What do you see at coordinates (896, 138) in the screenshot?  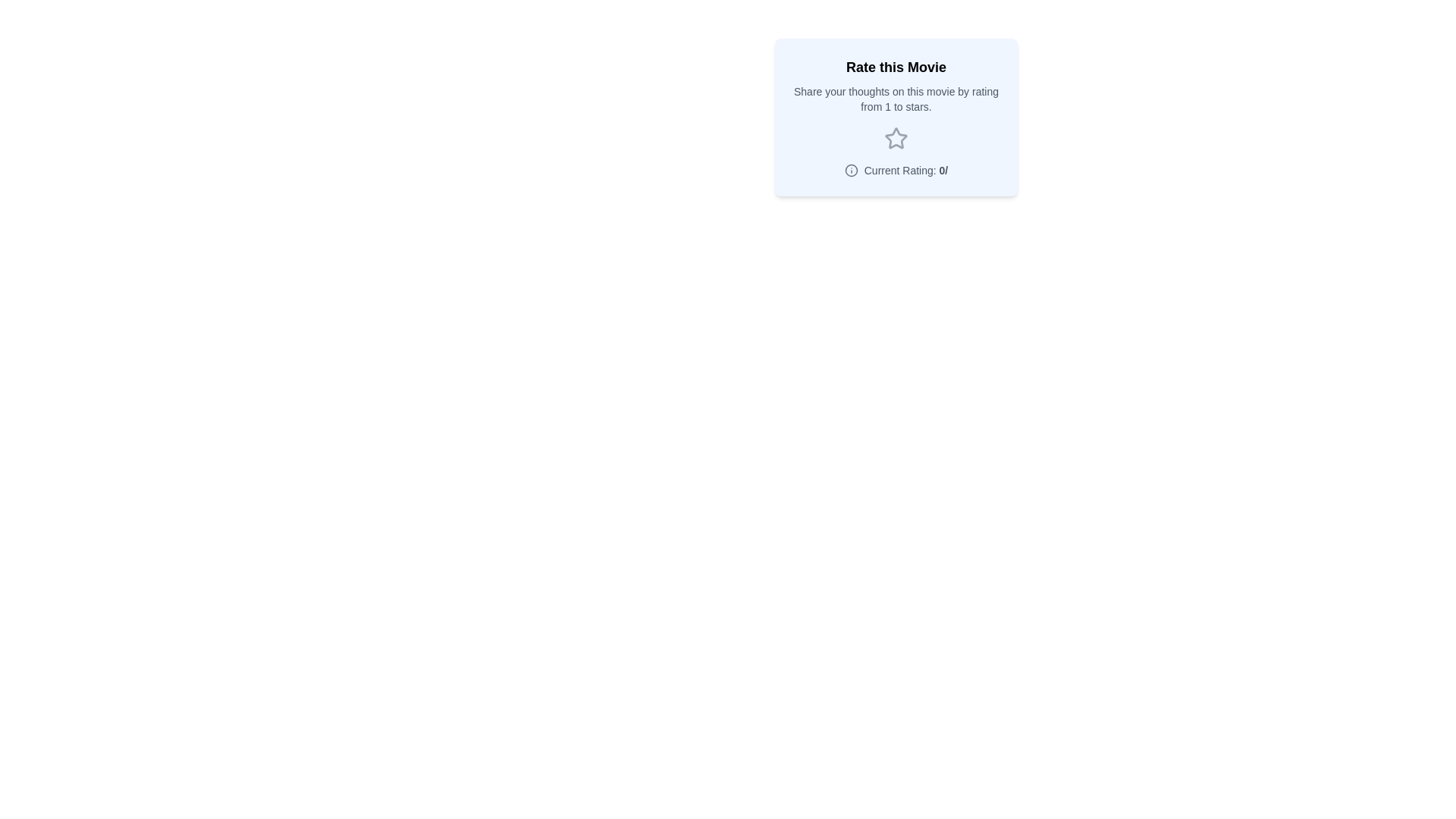 I see `the Star rating icon, which is part of the rating group located below the text 'Share your thoughts on this movie by rating from 1 to stars.'` at bounding box center [896, 138].